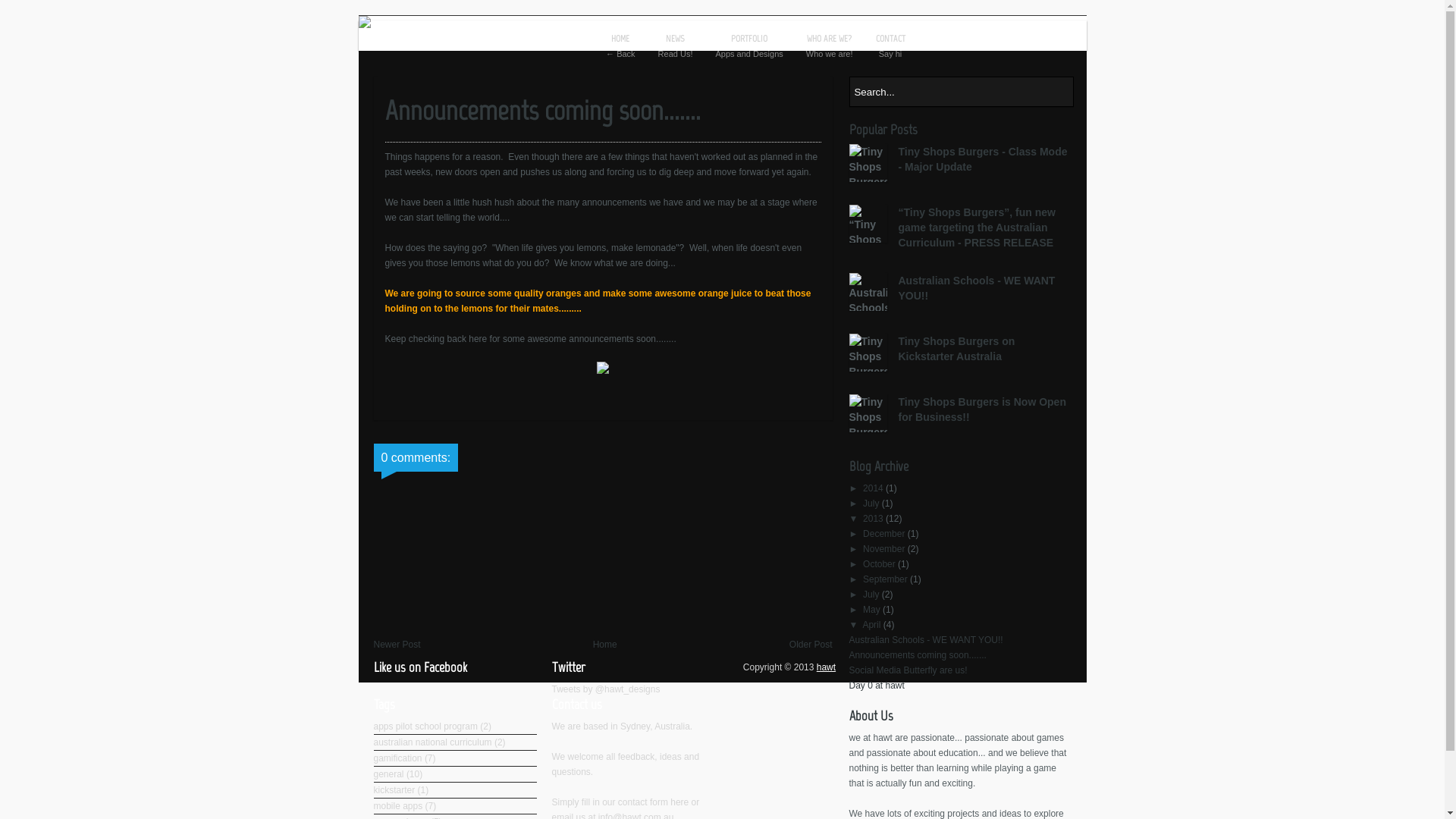 The image size is (1456, 819). What do you see at coordinates (955, 348) in the screenshot?
I see `'Tiny Shops Burgers on Kickstarter Australia'` at bounding box center [955, 348].